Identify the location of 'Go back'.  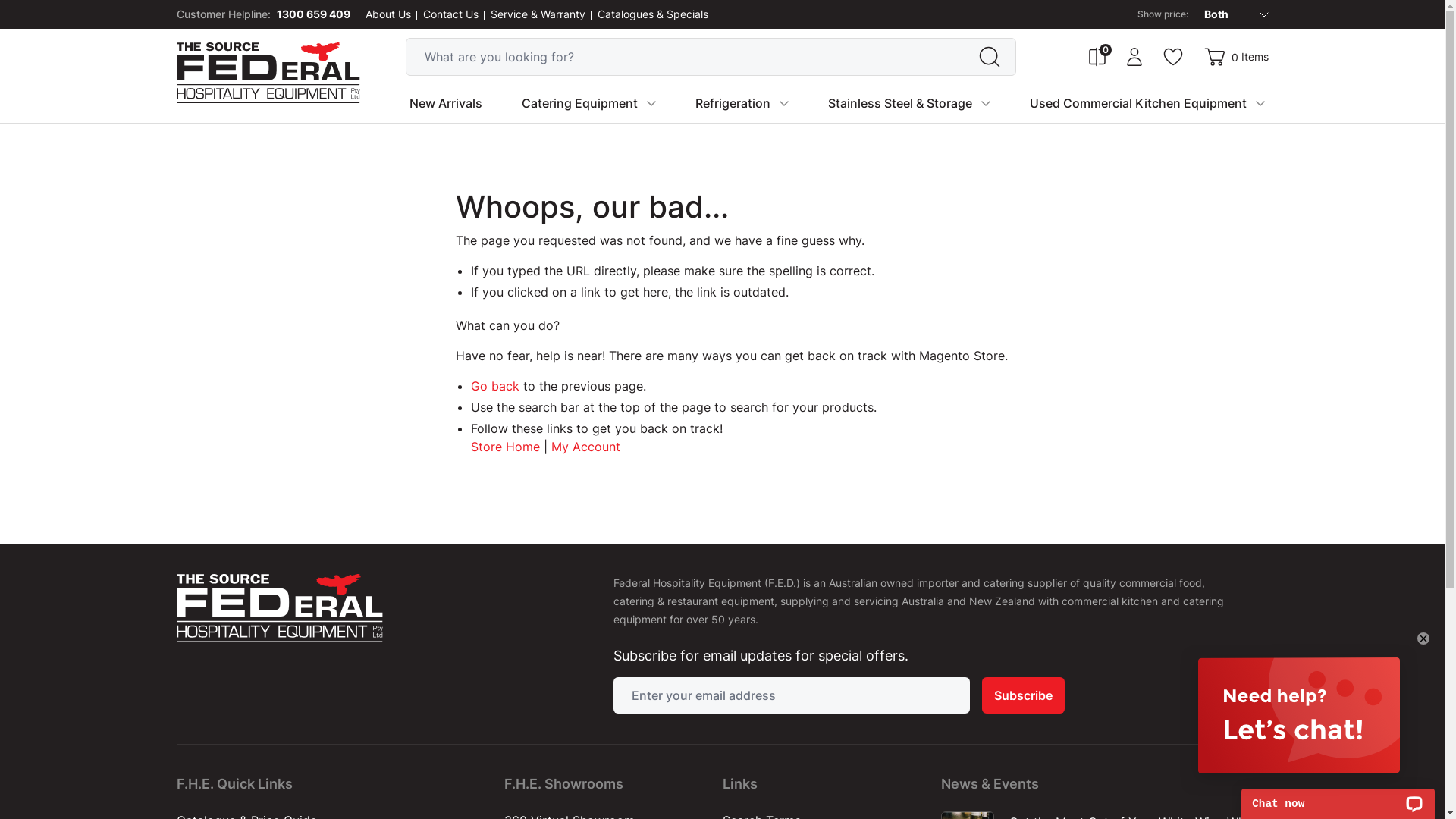
(494, 385).